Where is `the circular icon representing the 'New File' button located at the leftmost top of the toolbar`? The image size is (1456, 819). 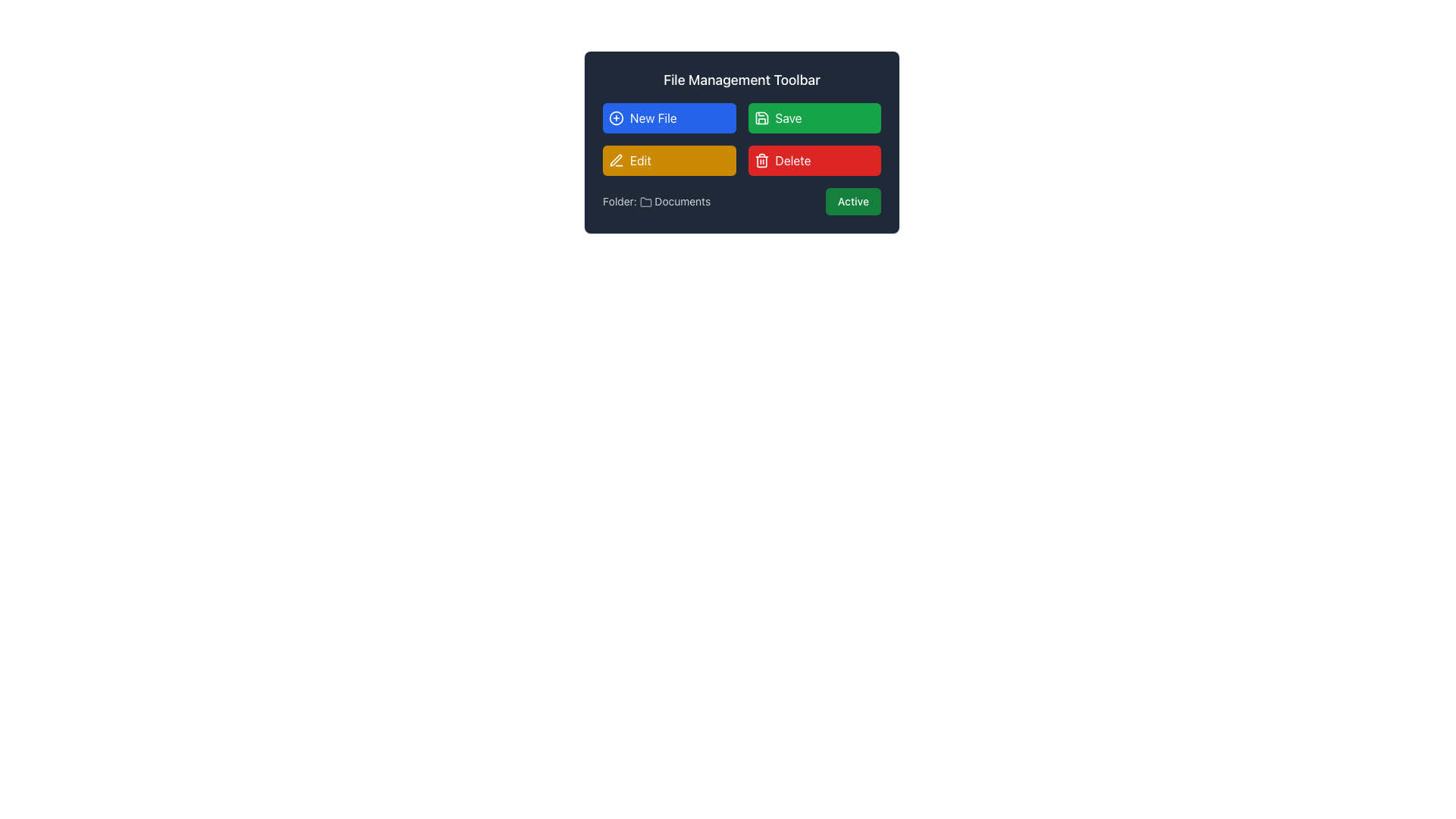
the circular icon representing the 'New File' button located at the leftmost top of the toolbar is located at coordinates (616, 117).